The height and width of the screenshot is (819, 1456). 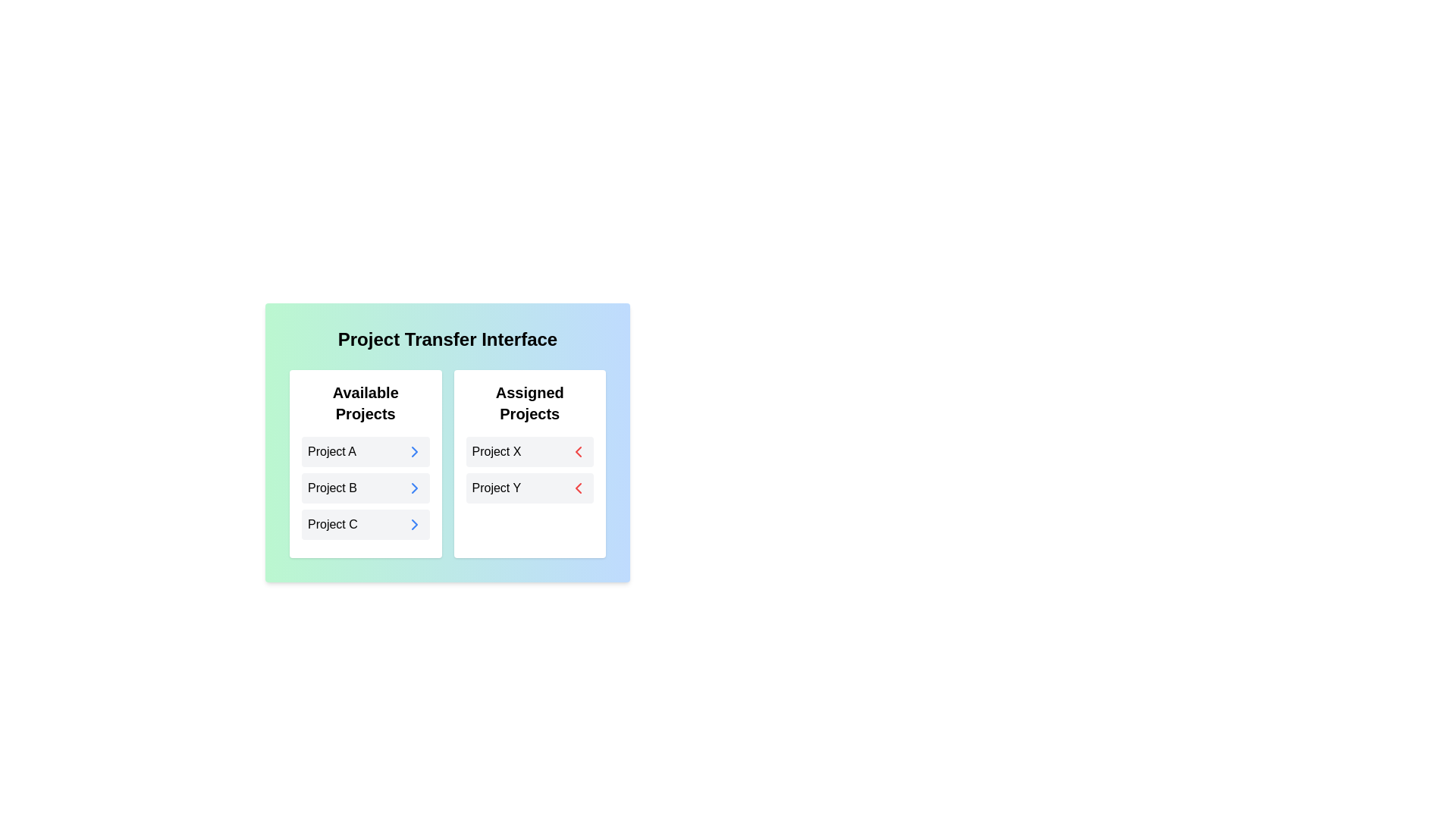 What do you see at coordinates (331, 488) in the screenshot?
I see `the 'Project B' label` at bounding box center [331, 488].